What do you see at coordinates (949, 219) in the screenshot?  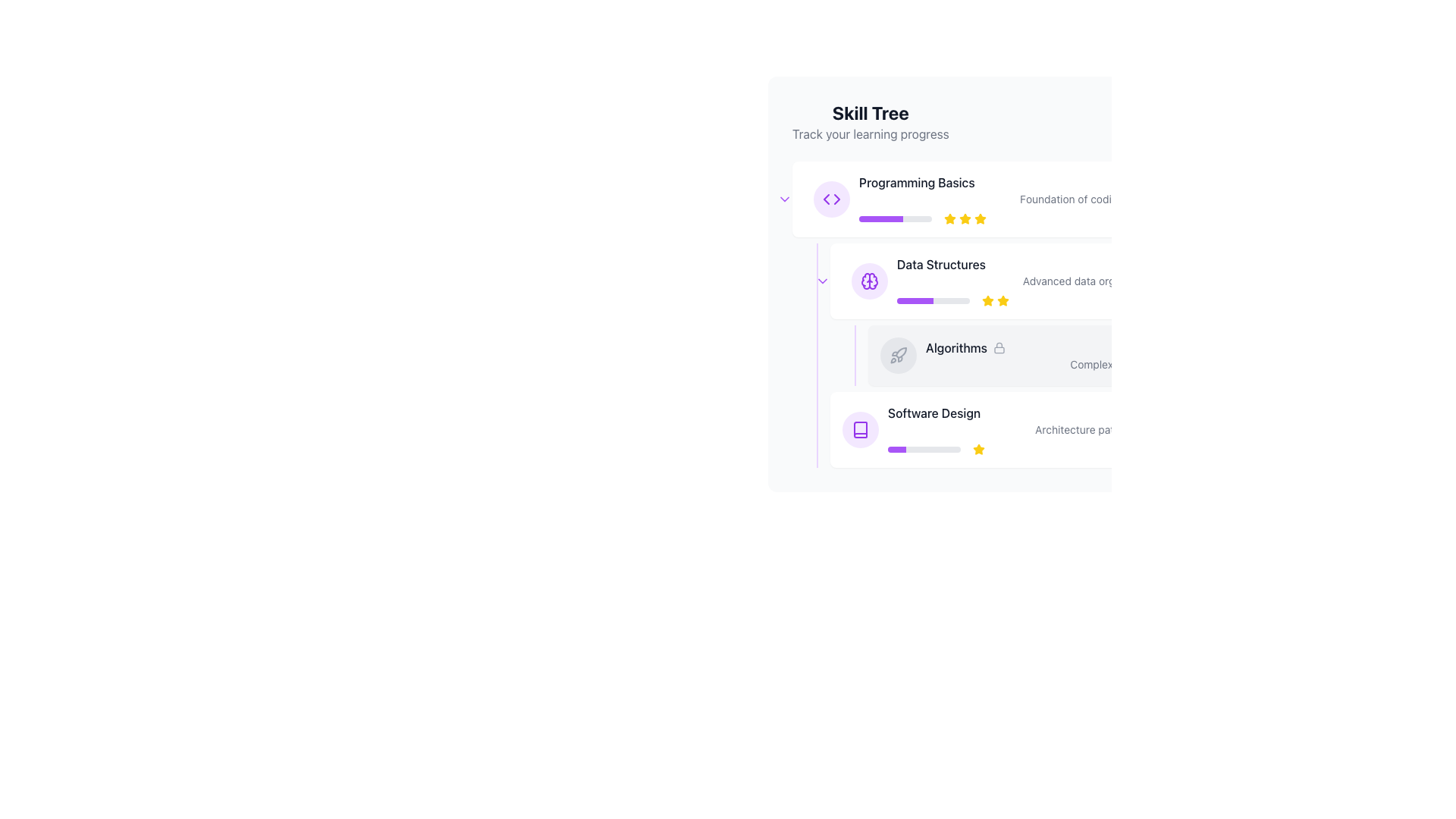 I see `the yellow star icon representing the first rating in the programming skill tree to interact with it` at bounding box center [949, 219].